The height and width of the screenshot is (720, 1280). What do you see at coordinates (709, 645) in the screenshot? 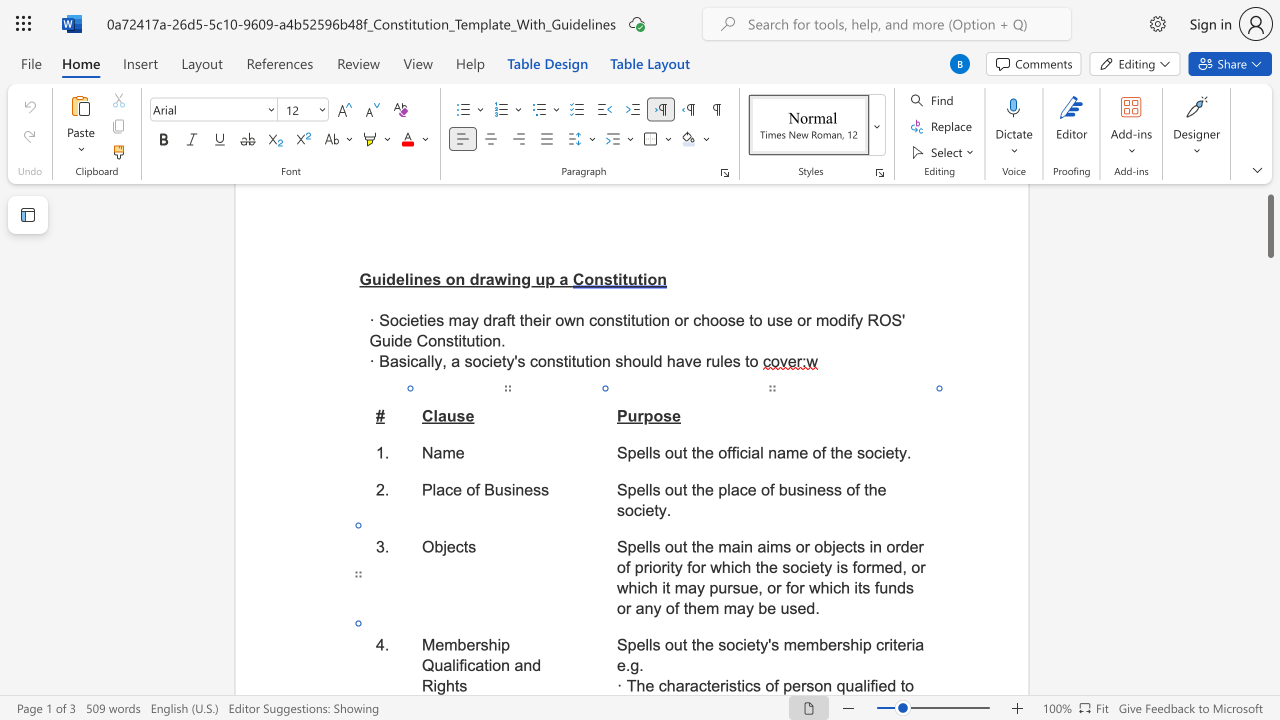
I see `the 2th character "e" in the text` at bounding box center [709, 645].